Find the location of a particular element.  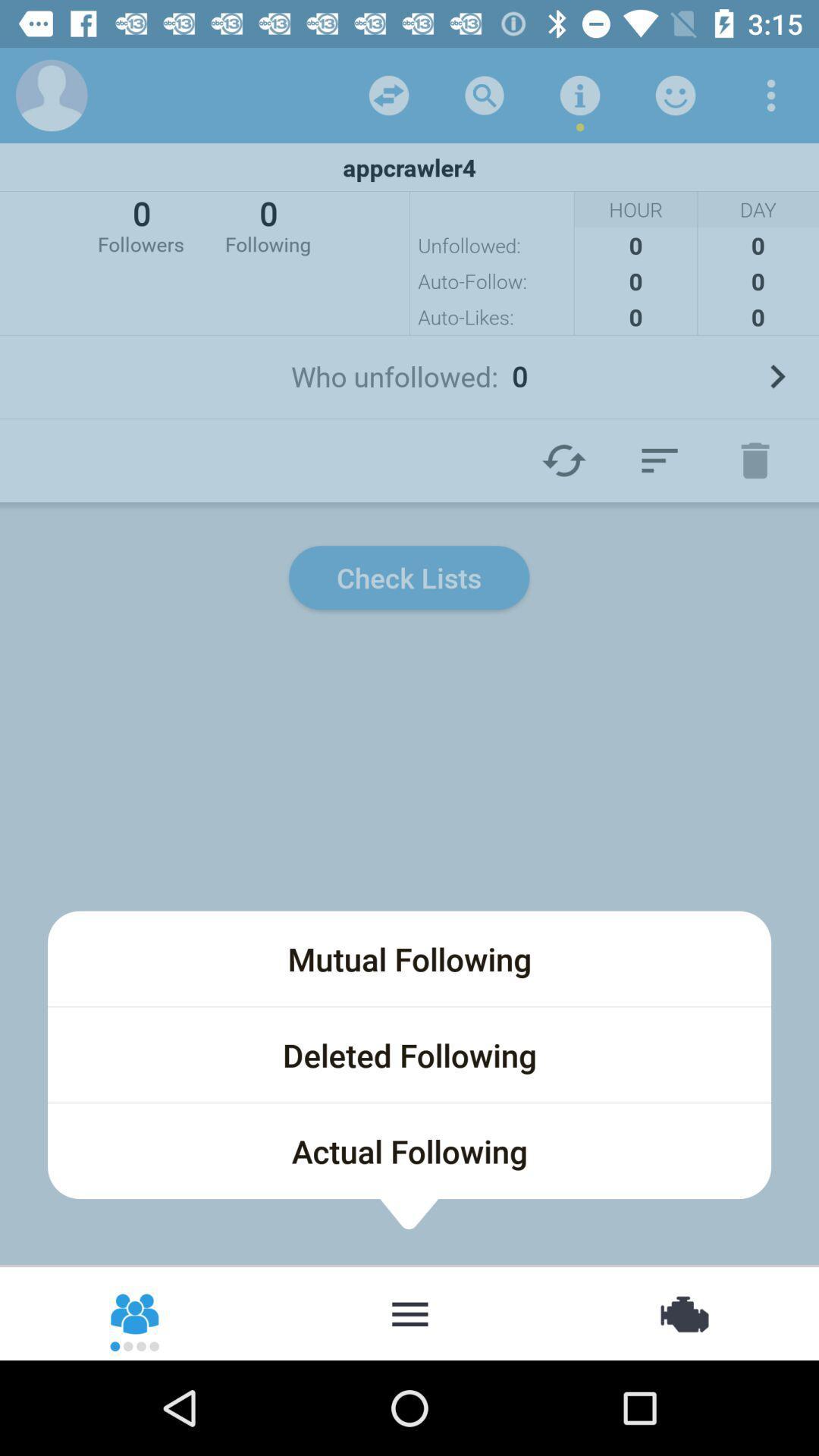

go forward is located at coordinates (777, 376).